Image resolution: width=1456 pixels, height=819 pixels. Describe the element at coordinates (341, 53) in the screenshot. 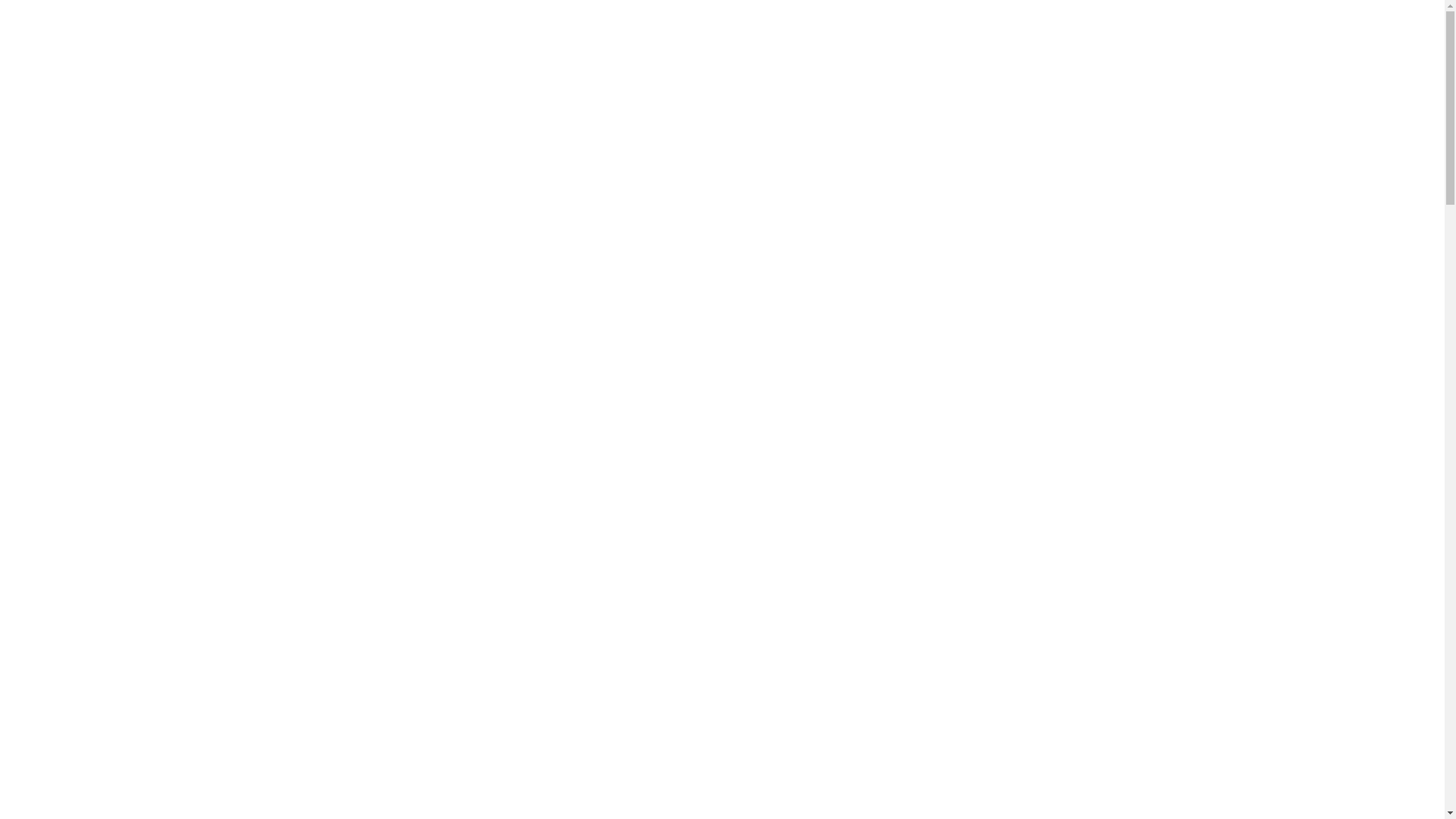

I see `'NEW-FNCC-logo-RGB-VFA1'` at that location.